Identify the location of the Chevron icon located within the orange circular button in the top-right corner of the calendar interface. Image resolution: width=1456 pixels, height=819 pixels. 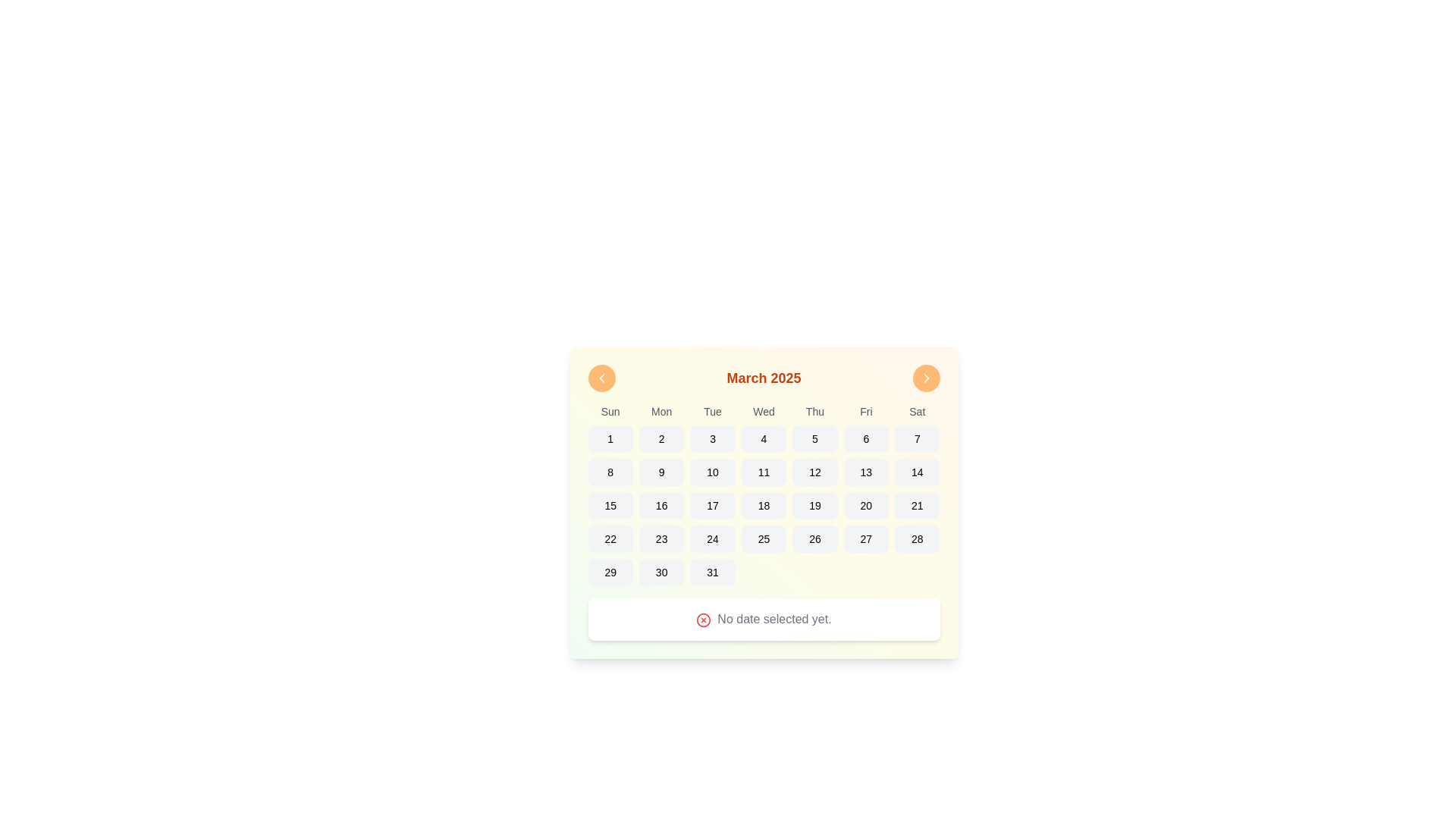
(925, 377).